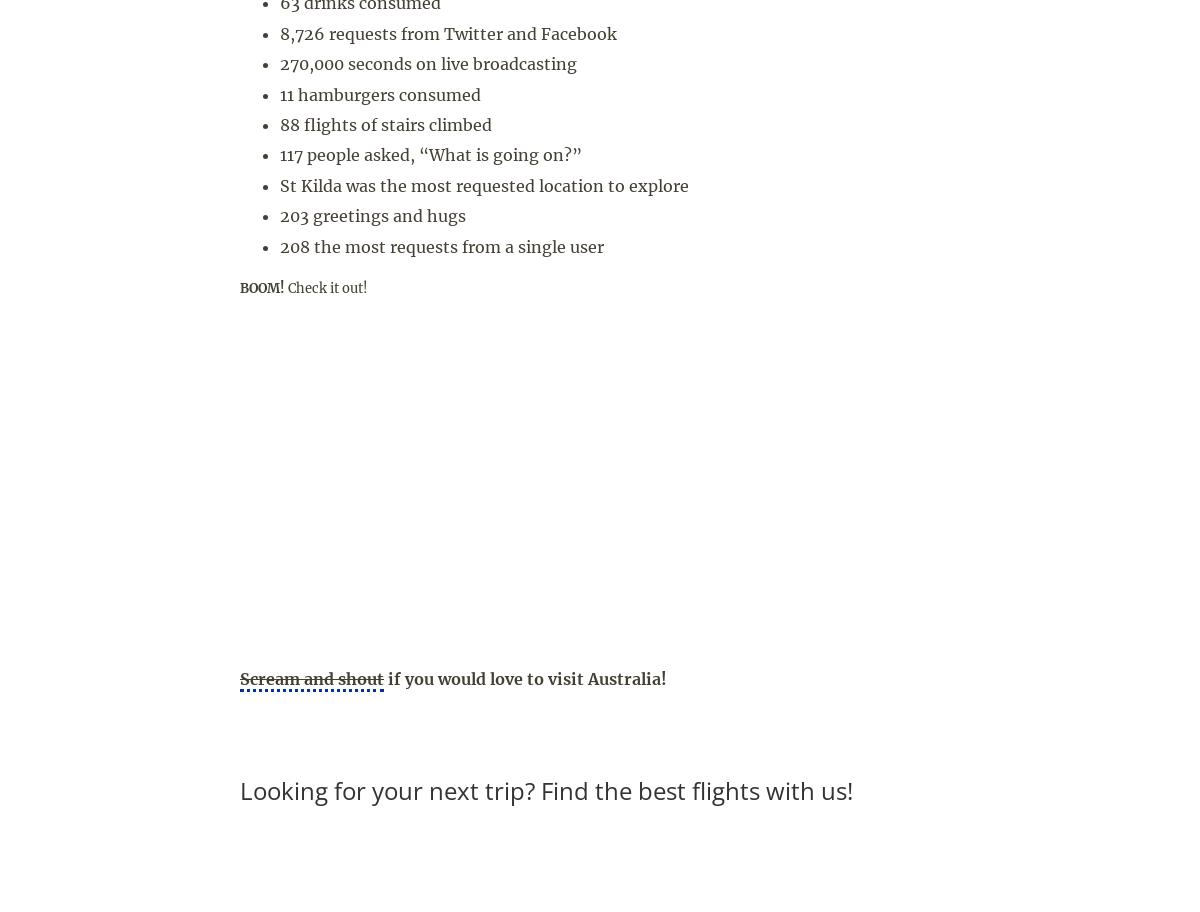 This screenshot has width=1200, height=912. I want to click on '208 the most requests from a single user', so click(441, 245).